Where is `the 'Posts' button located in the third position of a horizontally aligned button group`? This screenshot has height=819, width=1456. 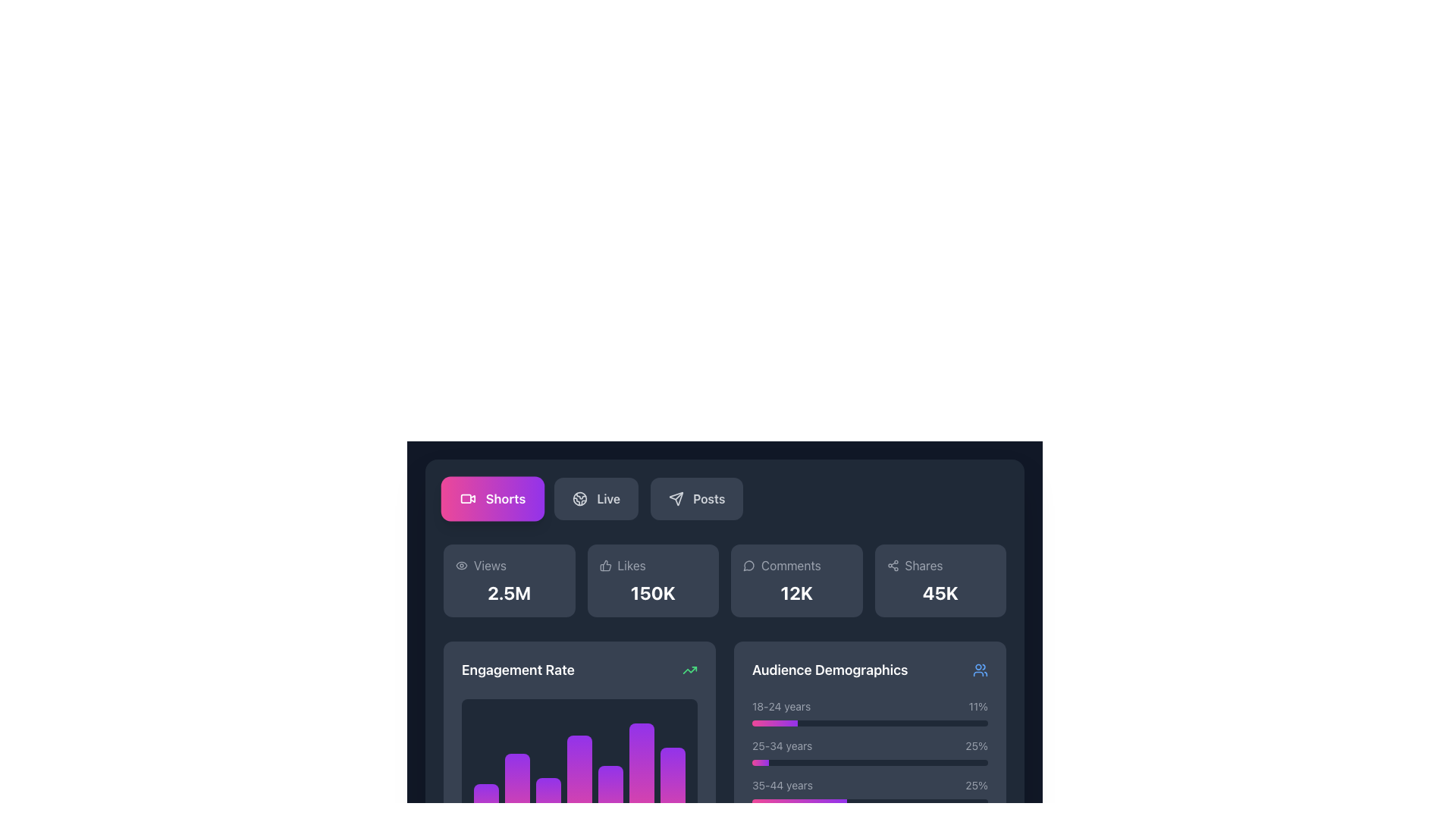
the 'Posts' button located in the third position of a horizontally aligned button group is located at coordinates (695, 499).